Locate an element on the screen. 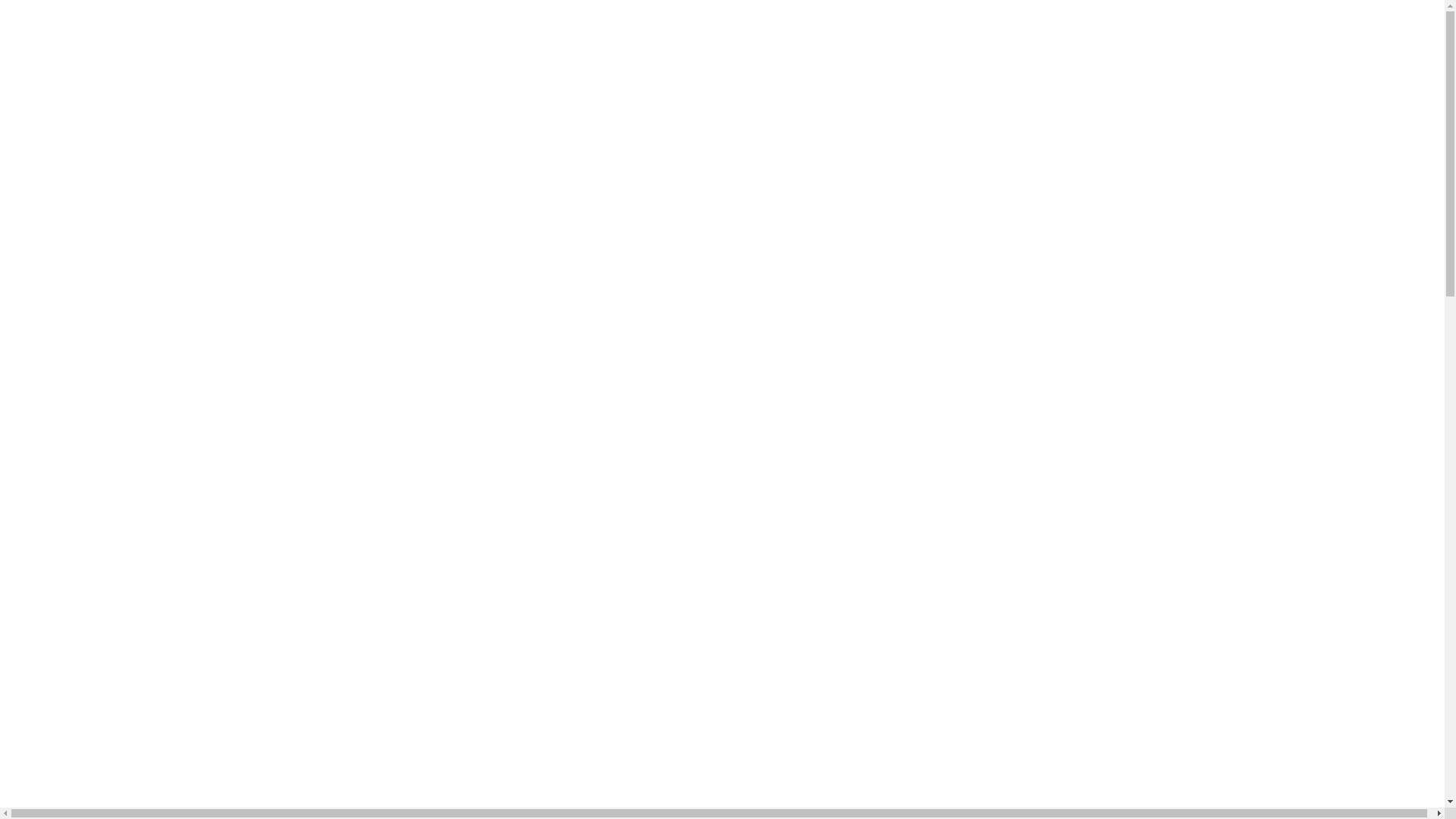 This screenshot has height=819, width=1456. 'LOGIN' is located at coordinates (55, 64).